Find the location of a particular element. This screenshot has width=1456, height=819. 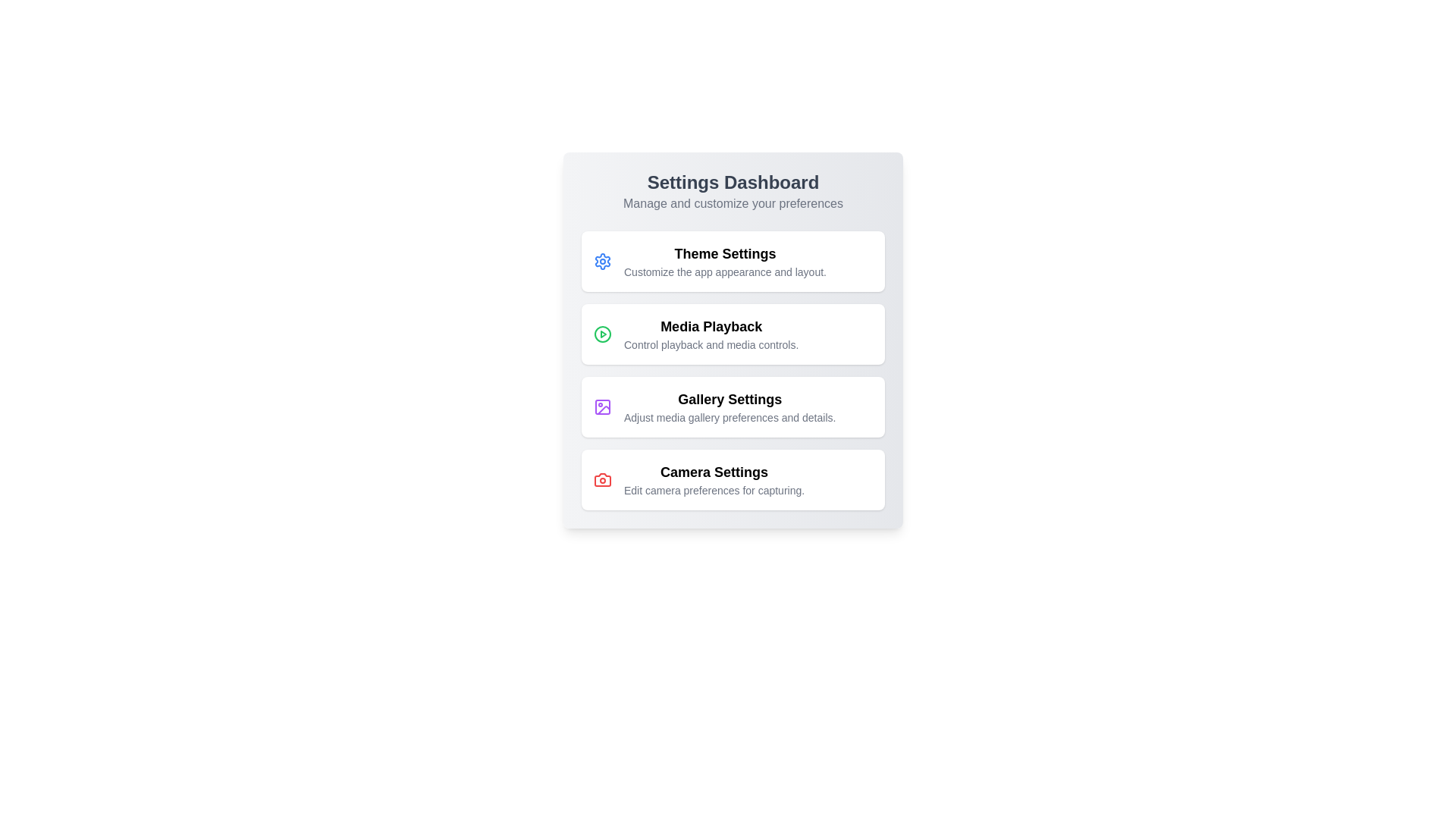

the settings button located on the 'Settings Dashboard', which is the third item in a vertically-stacked list of cards, positioned below 'Media Playback' and above 'Camera Settings' is located at coordinates (733, 406).